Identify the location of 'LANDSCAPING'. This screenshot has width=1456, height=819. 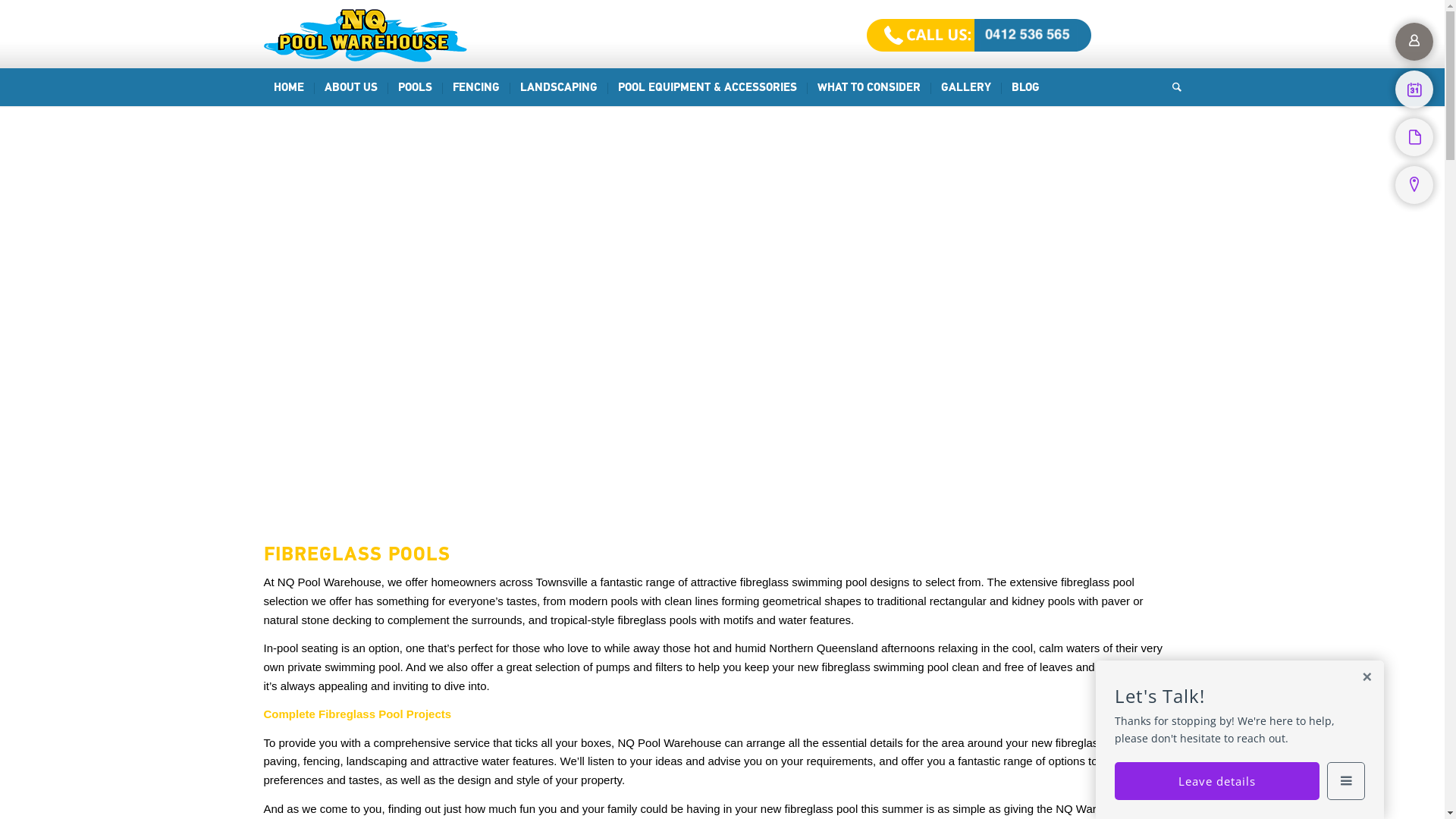
(510, 87).